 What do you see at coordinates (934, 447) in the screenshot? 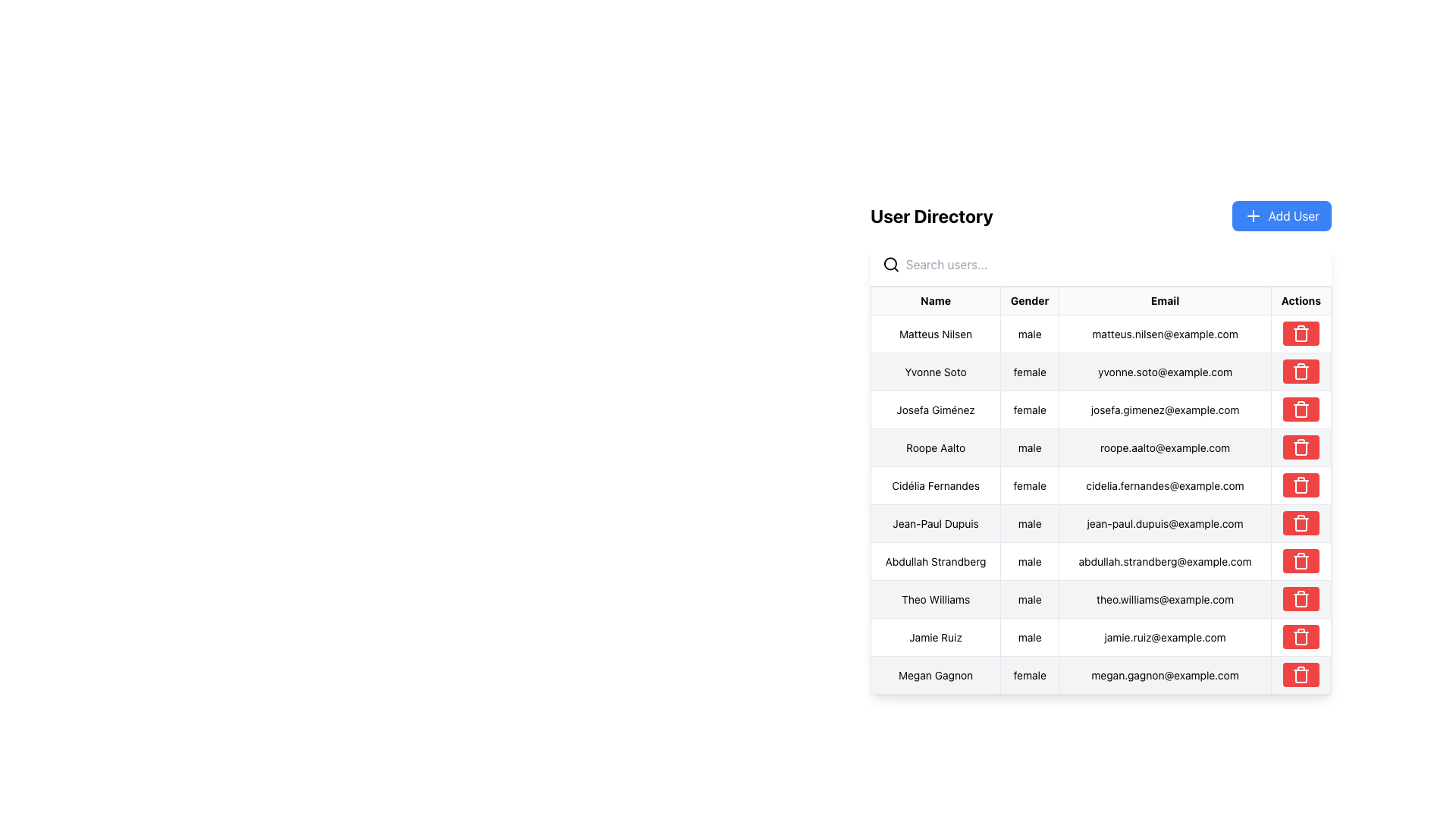
I see `text content of the user name label located in the first column of the fourth row in the directory table` at bounding box center [934, 447].